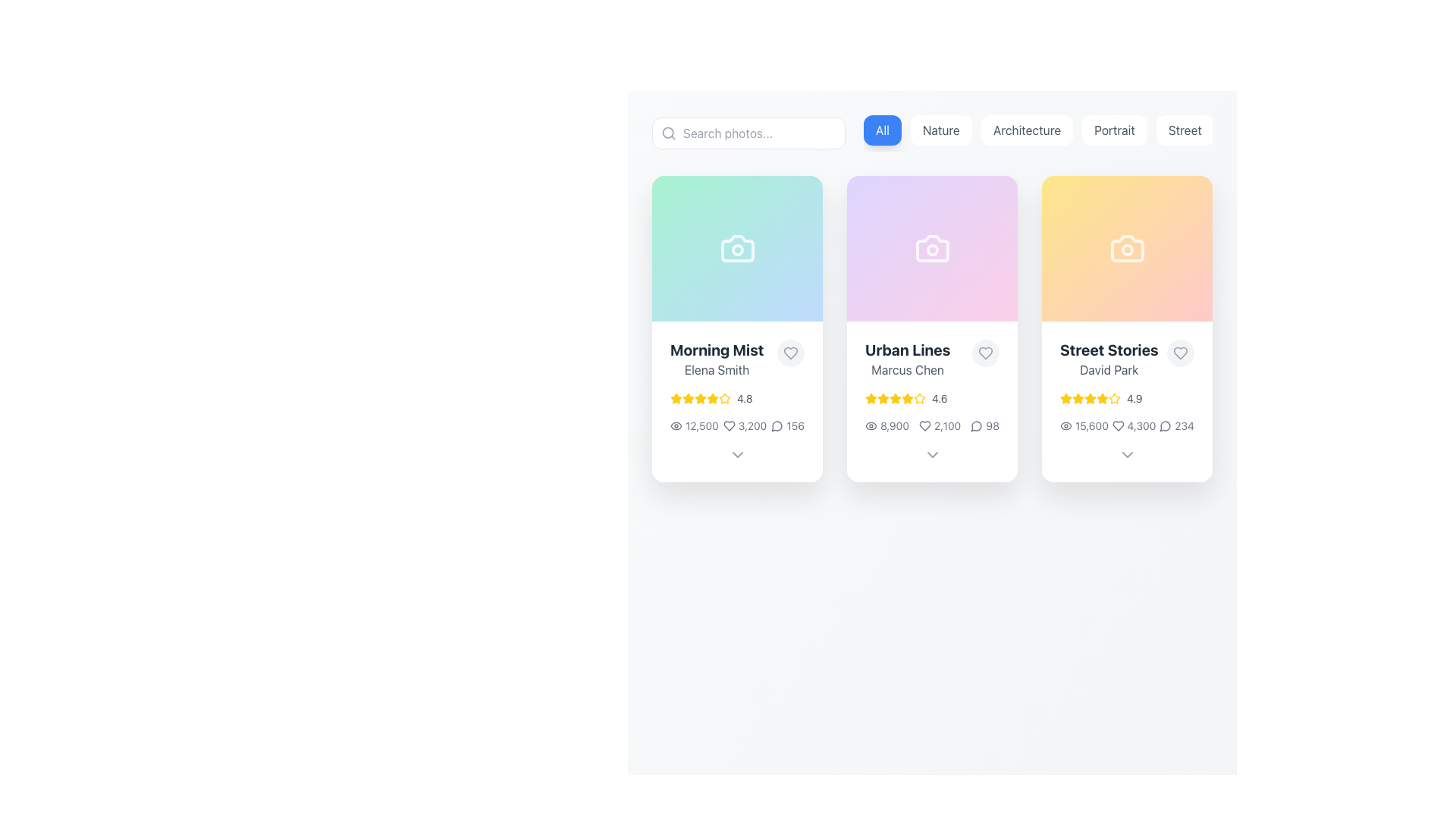 The image size is (1456, 819). I want to click on the eye icon located in the footer section of the 'Street Stories' card, so click(1065, 426).